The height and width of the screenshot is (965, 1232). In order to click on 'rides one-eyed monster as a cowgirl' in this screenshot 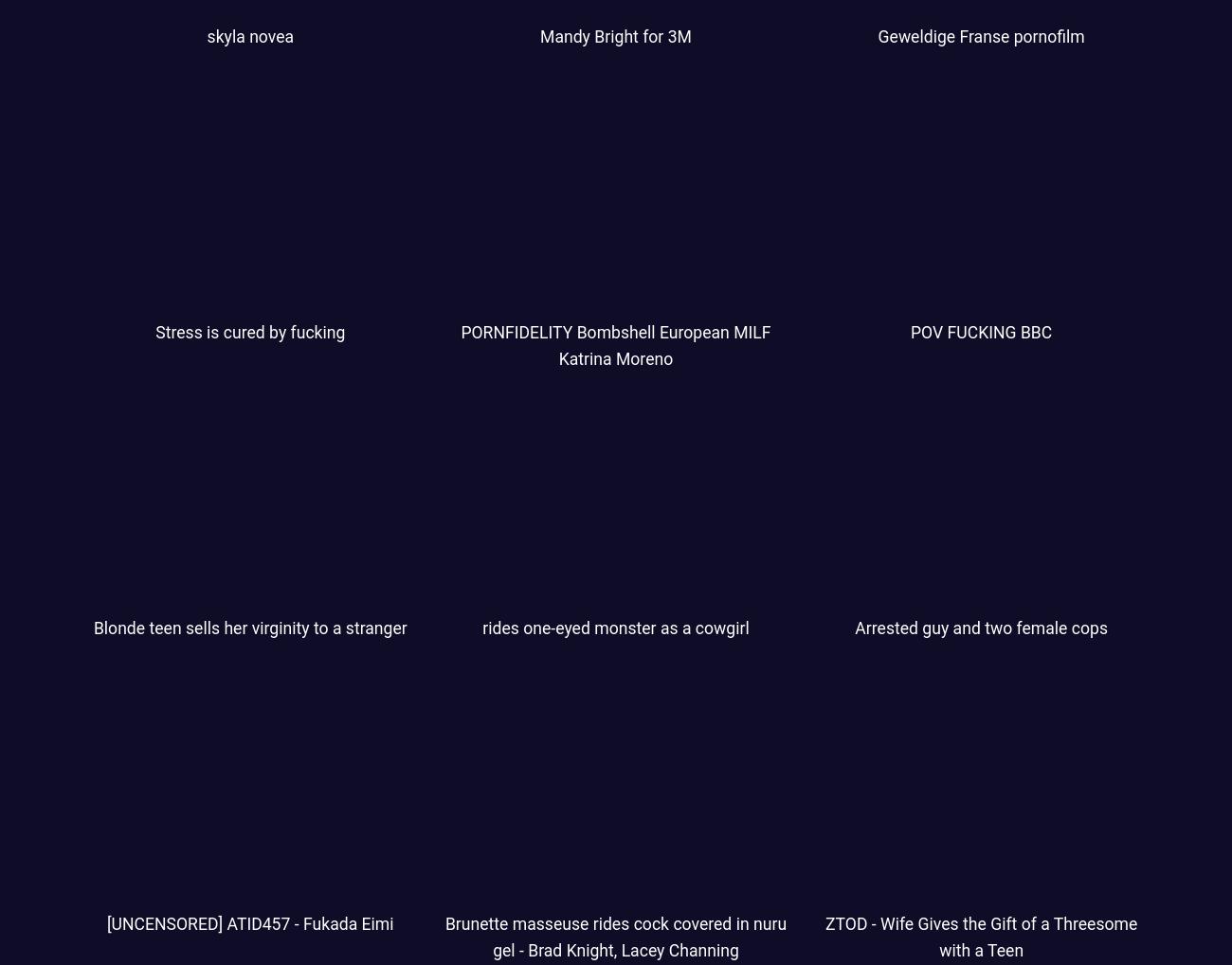, I will do `click(615, 628)`.